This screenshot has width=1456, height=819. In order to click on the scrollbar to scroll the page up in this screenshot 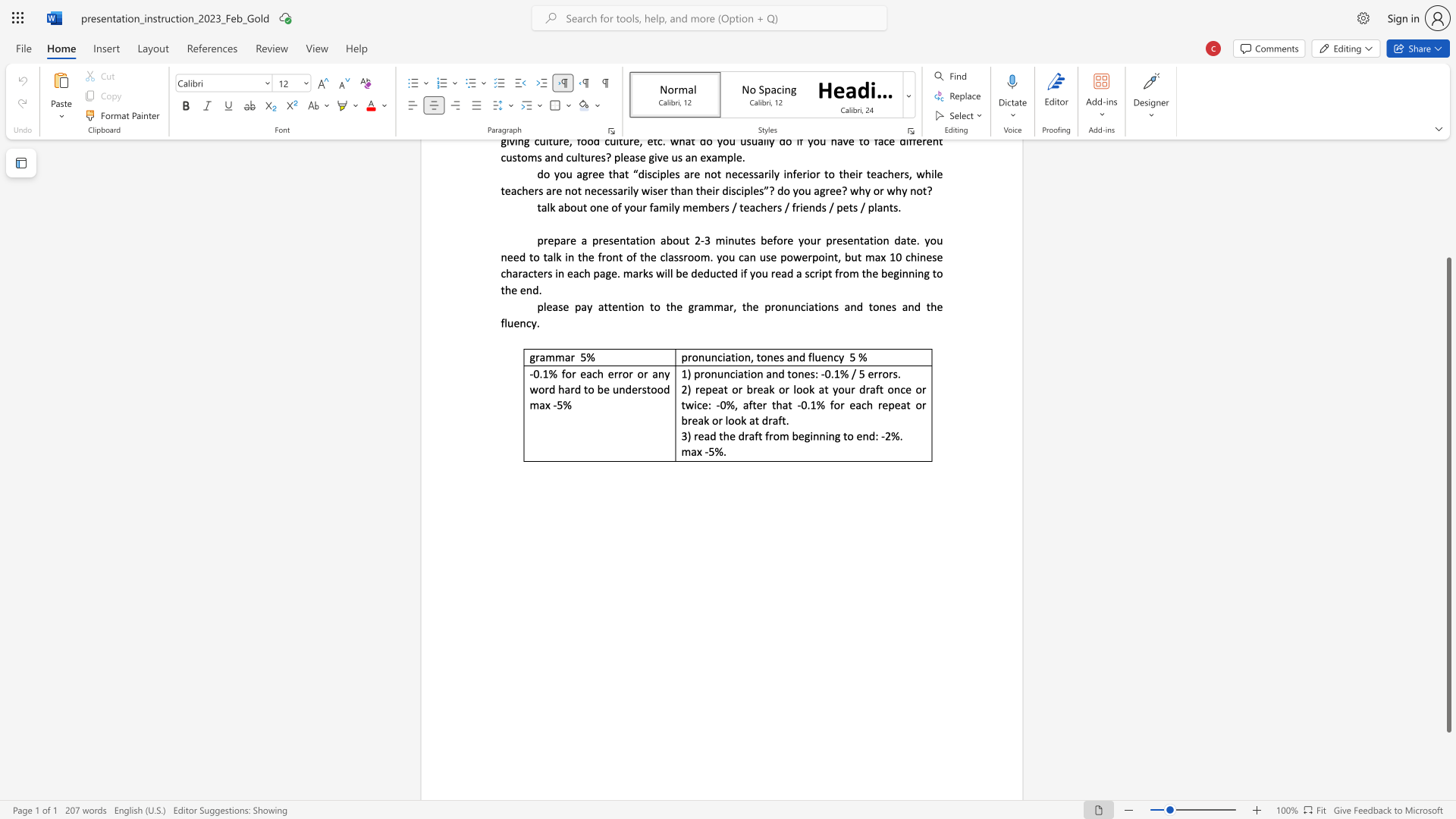, I will do `click(1448, 212)`.